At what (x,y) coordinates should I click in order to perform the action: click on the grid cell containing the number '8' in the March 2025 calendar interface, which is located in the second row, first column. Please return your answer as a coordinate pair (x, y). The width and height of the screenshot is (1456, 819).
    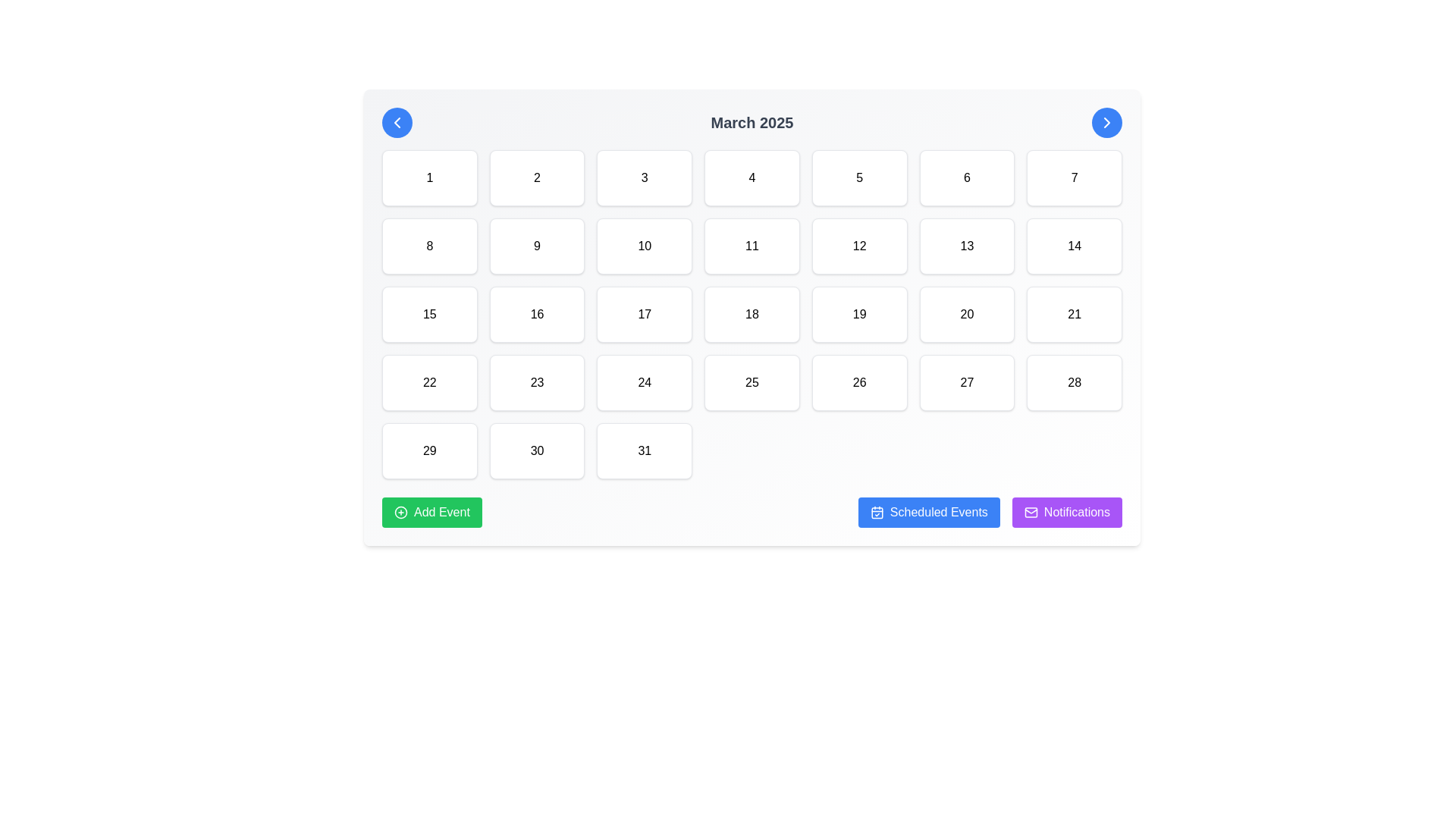
    Looking at the image, I should click on (428, 245).